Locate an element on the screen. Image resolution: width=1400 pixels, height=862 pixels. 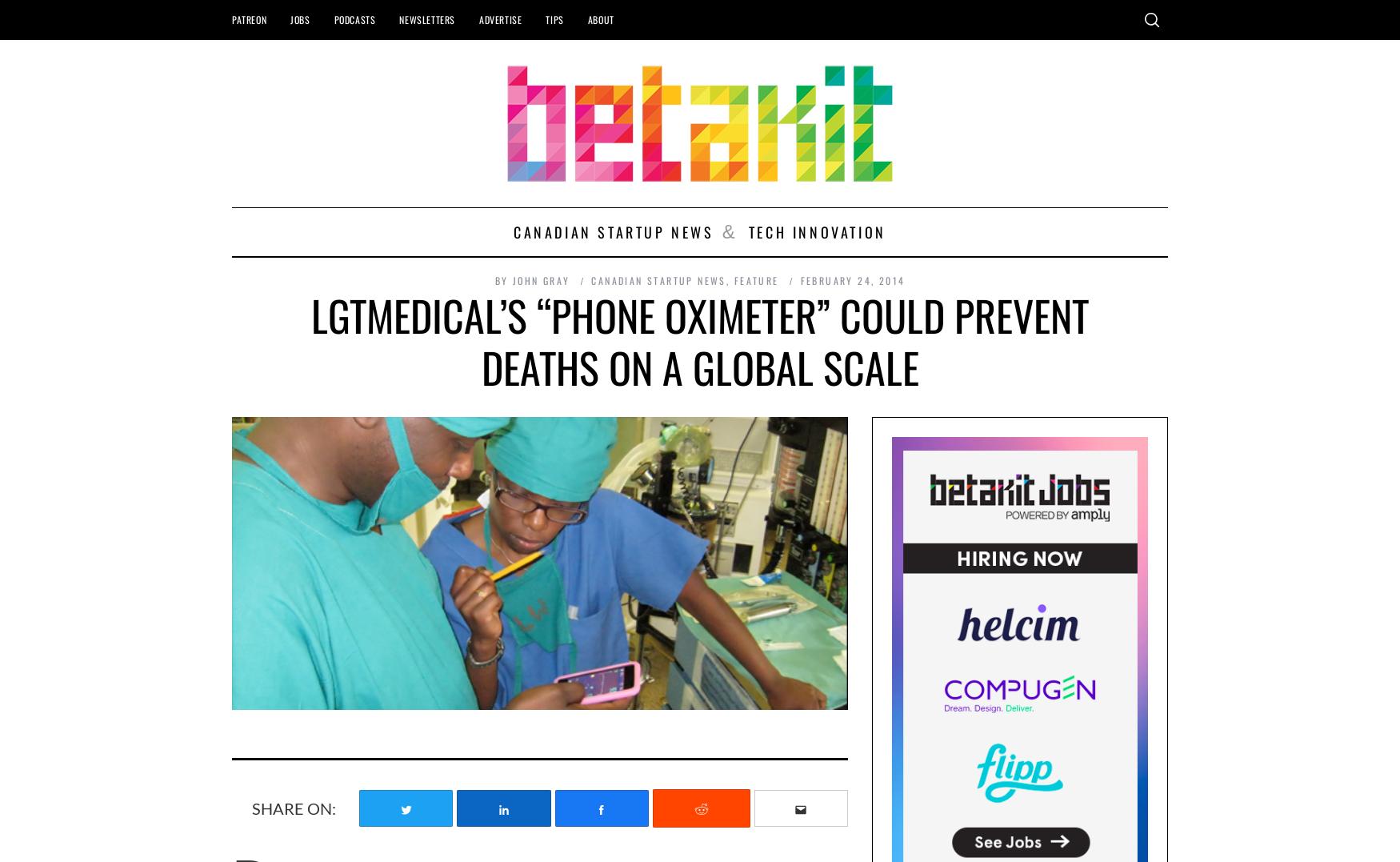
'John Gray' is located at coordinates (510, 279).